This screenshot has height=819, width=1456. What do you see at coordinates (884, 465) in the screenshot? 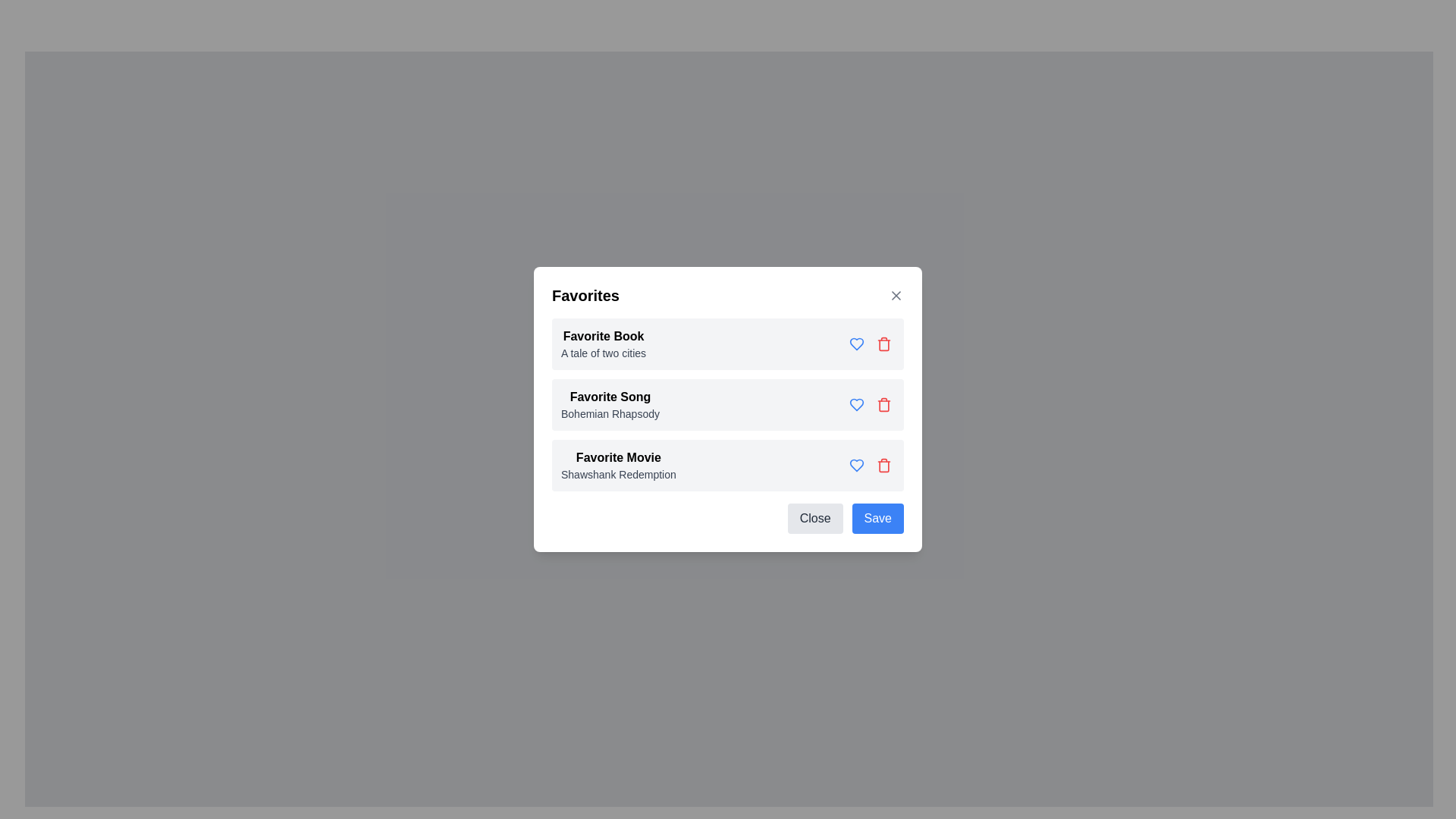
I see `the trash icon in the third favorite item row, located to the right of 'Favorite Movie: Shawshank Redemption'` at bounding box center [884, 465].